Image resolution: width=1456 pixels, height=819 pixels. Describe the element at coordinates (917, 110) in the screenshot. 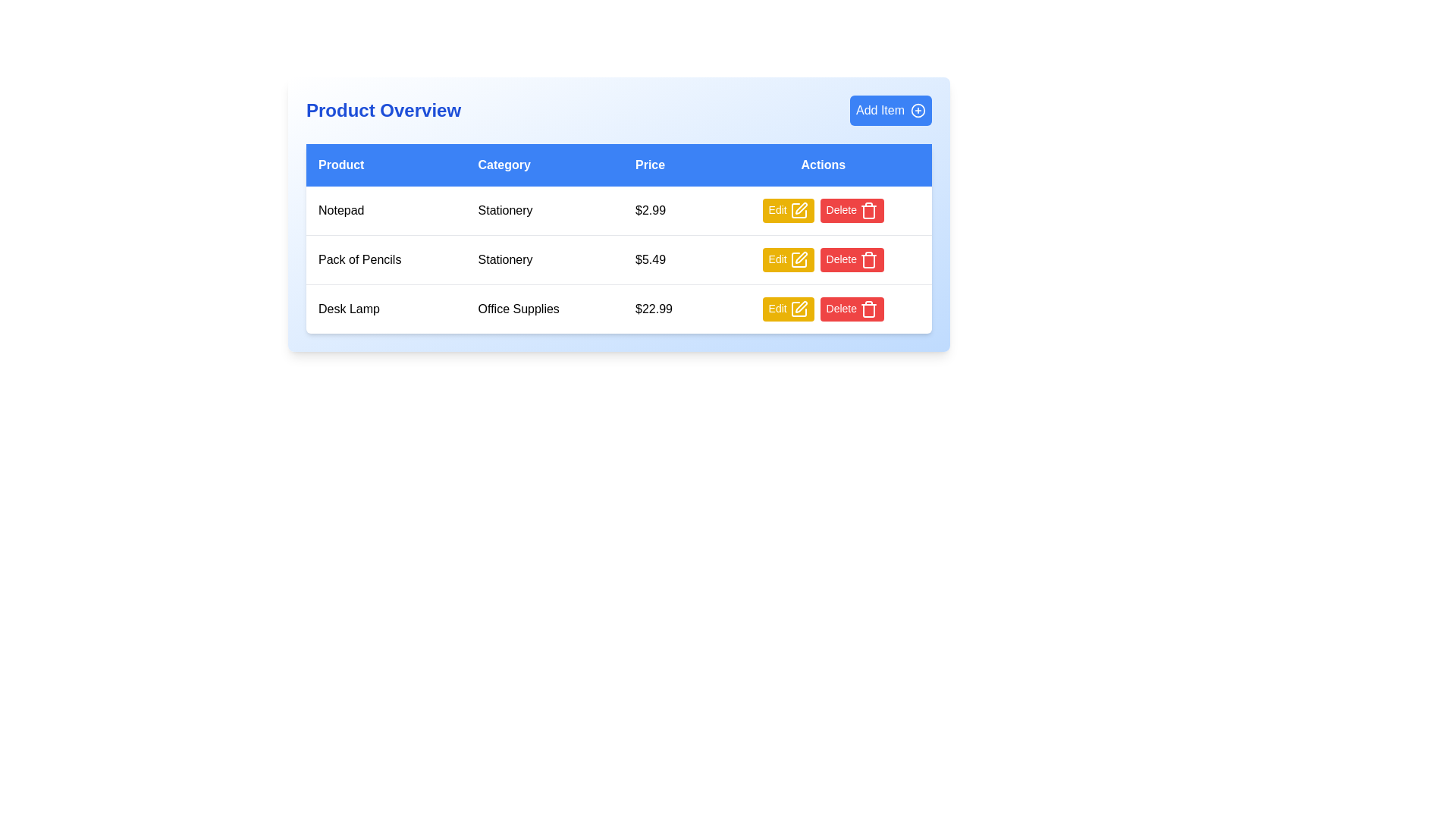

I see `the circular SVG element that is part of the 'Add Item' button located in the top-right corner of the interface` at that location.